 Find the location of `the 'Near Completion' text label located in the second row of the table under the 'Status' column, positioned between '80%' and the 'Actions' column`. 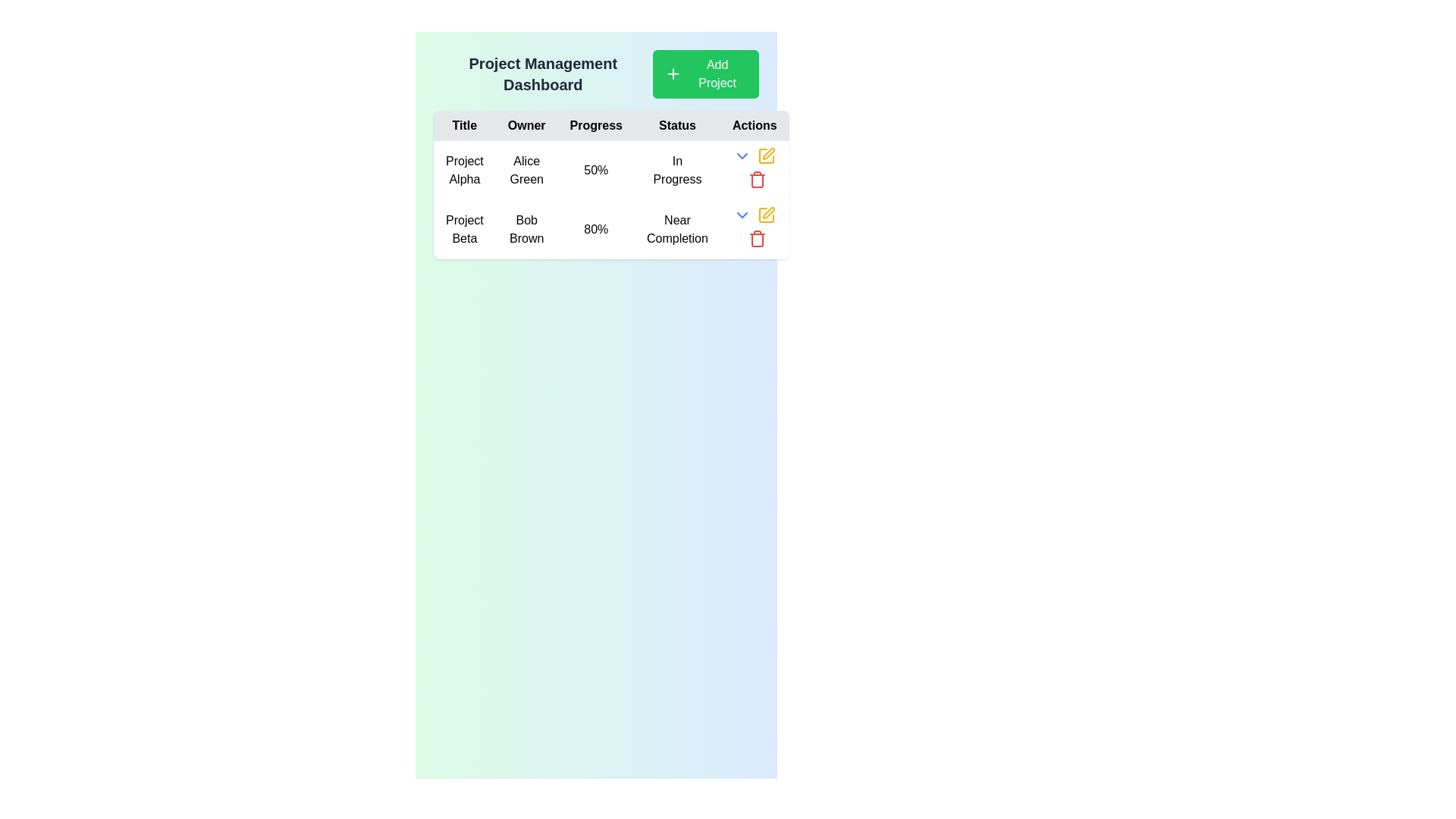

the 'Near Completion' text label located in the second row of the table under the 'Status' column, positioned between '80%' and the 'Actions' column is located at coordinates (676, 230).